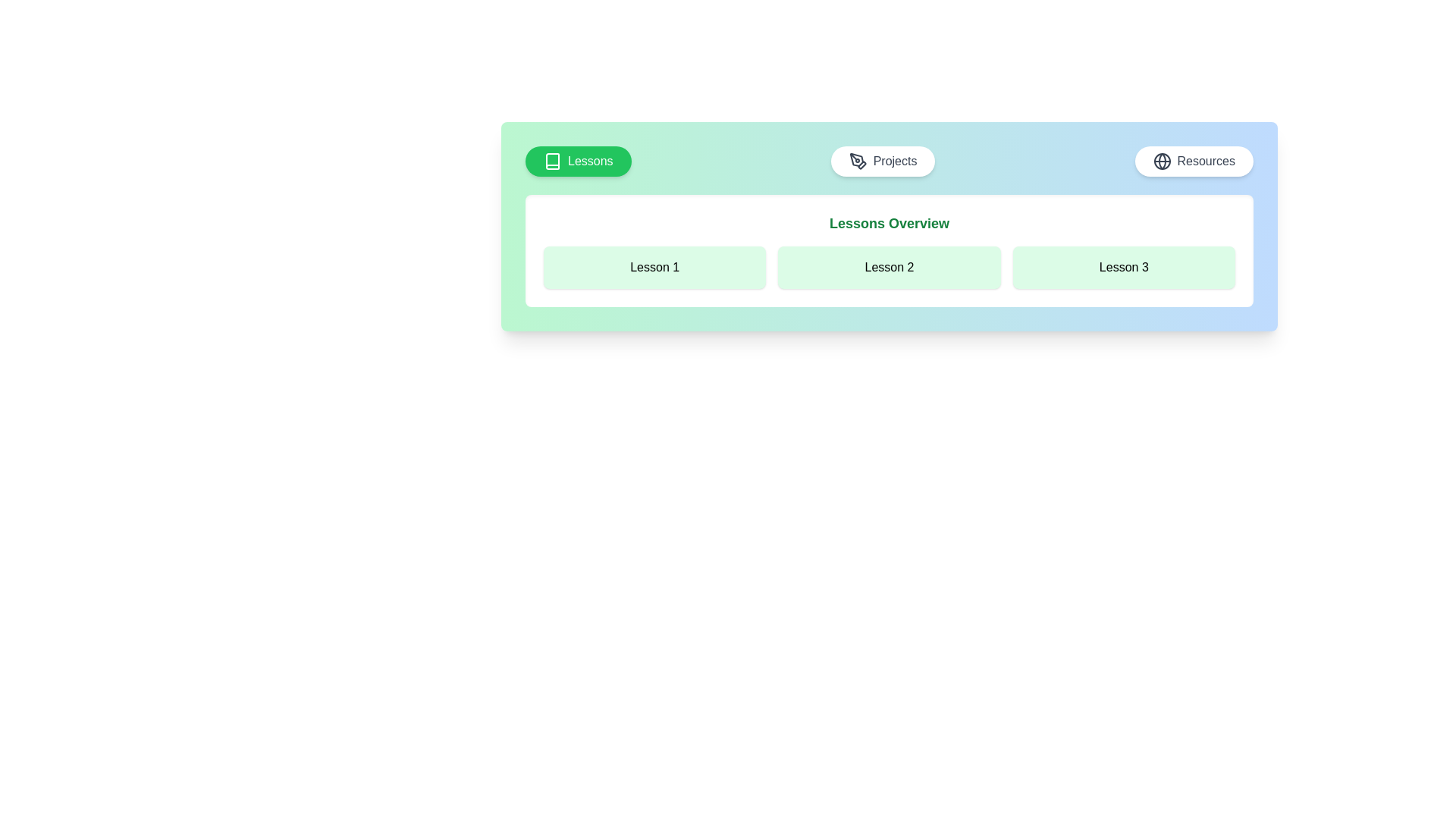  I want to click on the navigational button labeled 'Resources' at the far right of the horizontal menu, so click(1193, 161).